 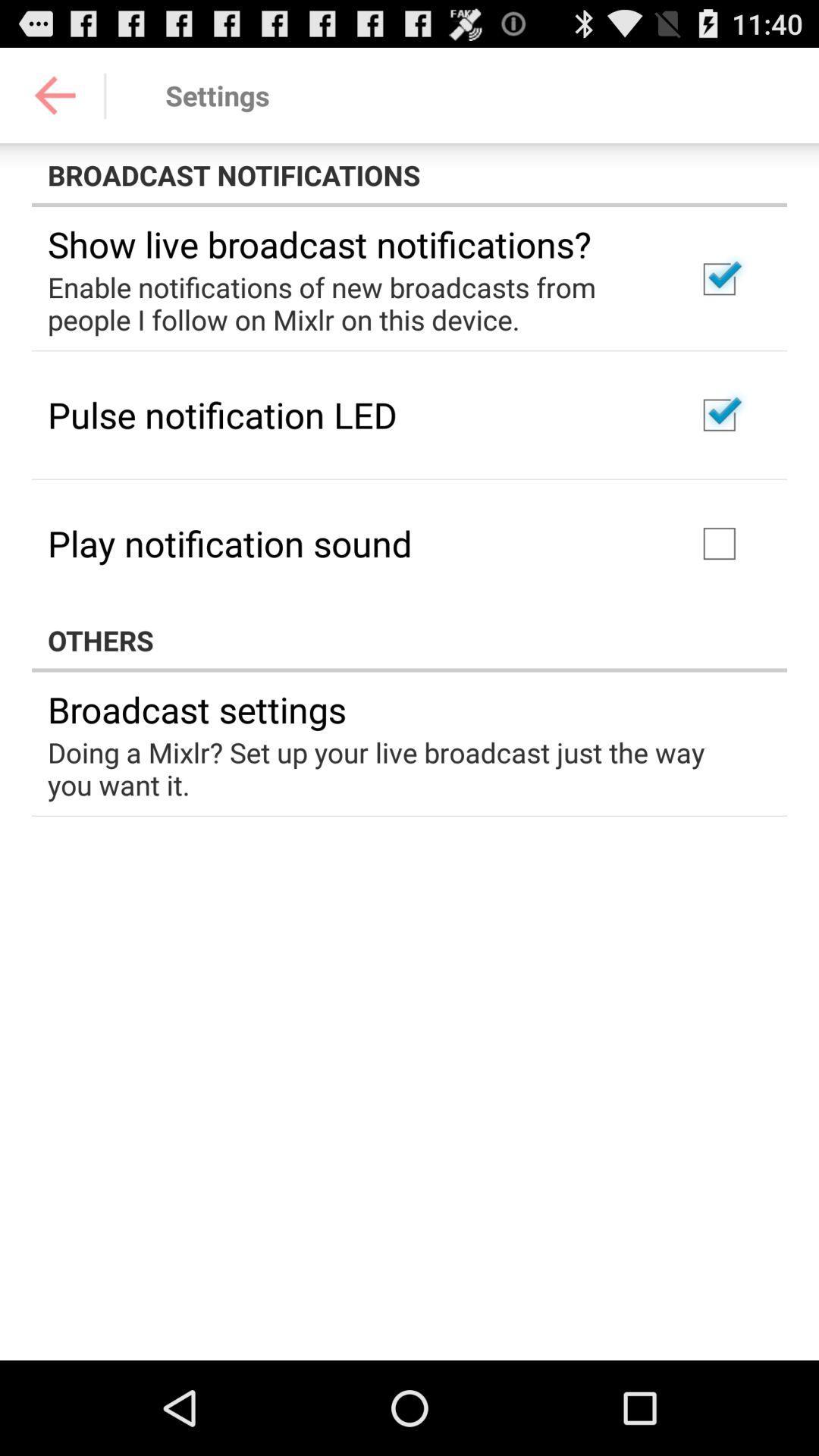 I want to click on the broadcast settings app, so click(x=196, y=708).